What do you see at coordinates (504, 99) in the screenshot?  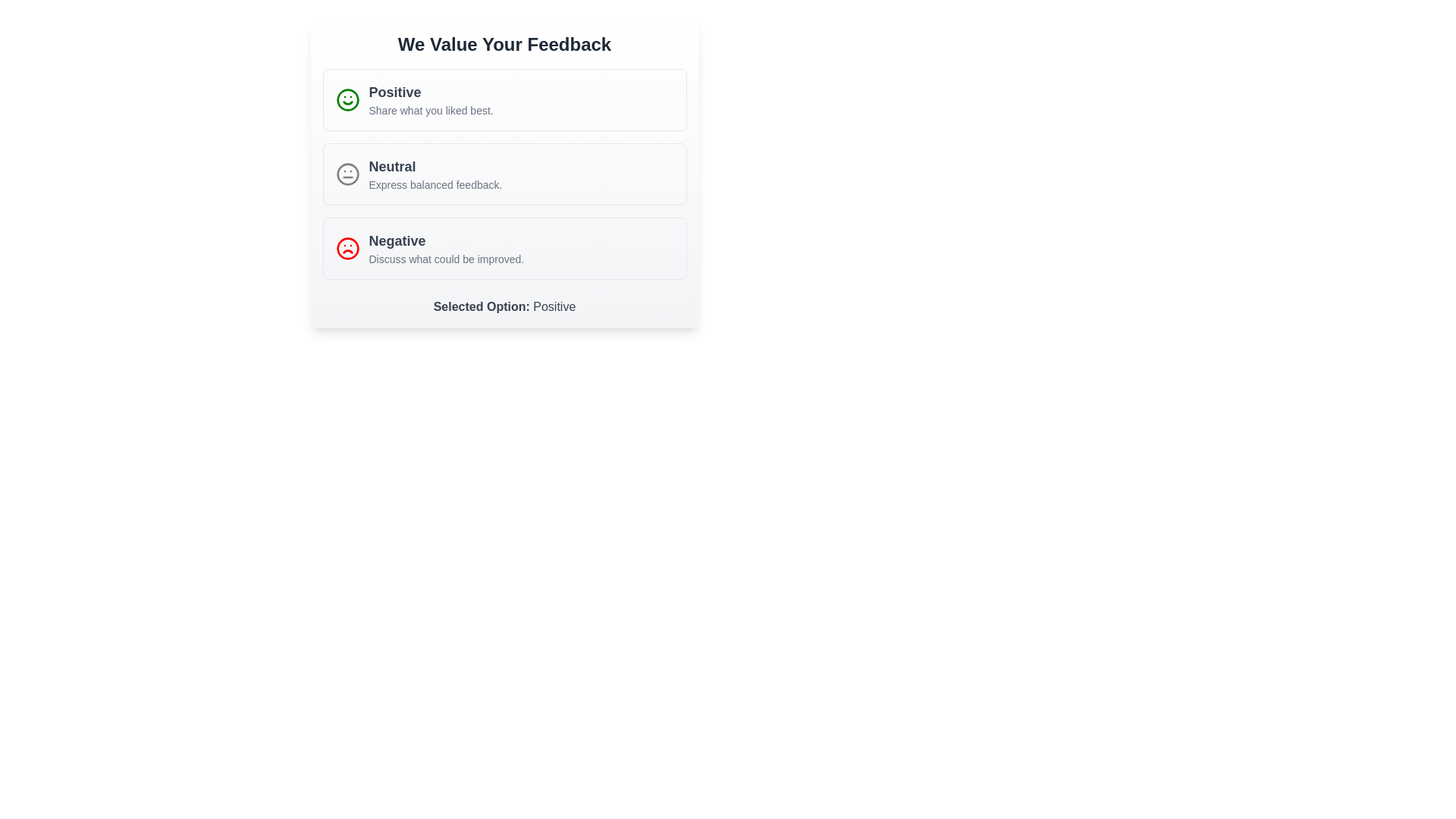 I see `the 'Positive' feedback type selectable option located at the top of the list of feedback types` at bounding box center [504, 99].